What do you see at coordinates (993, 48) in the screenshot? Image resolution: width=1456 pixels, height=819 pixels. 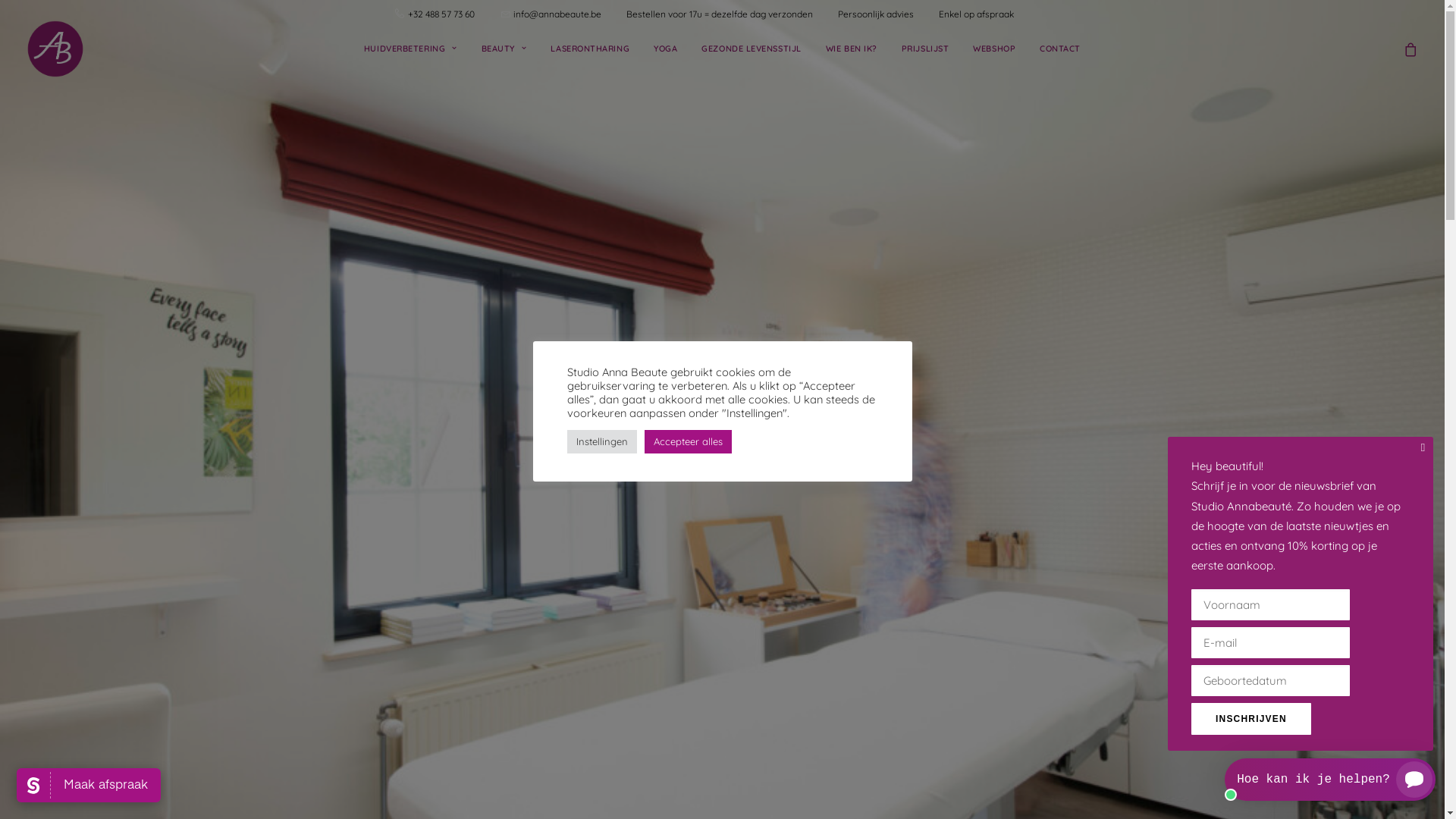 I see `'WEBSHOP'` at bounding box center [993, 48].